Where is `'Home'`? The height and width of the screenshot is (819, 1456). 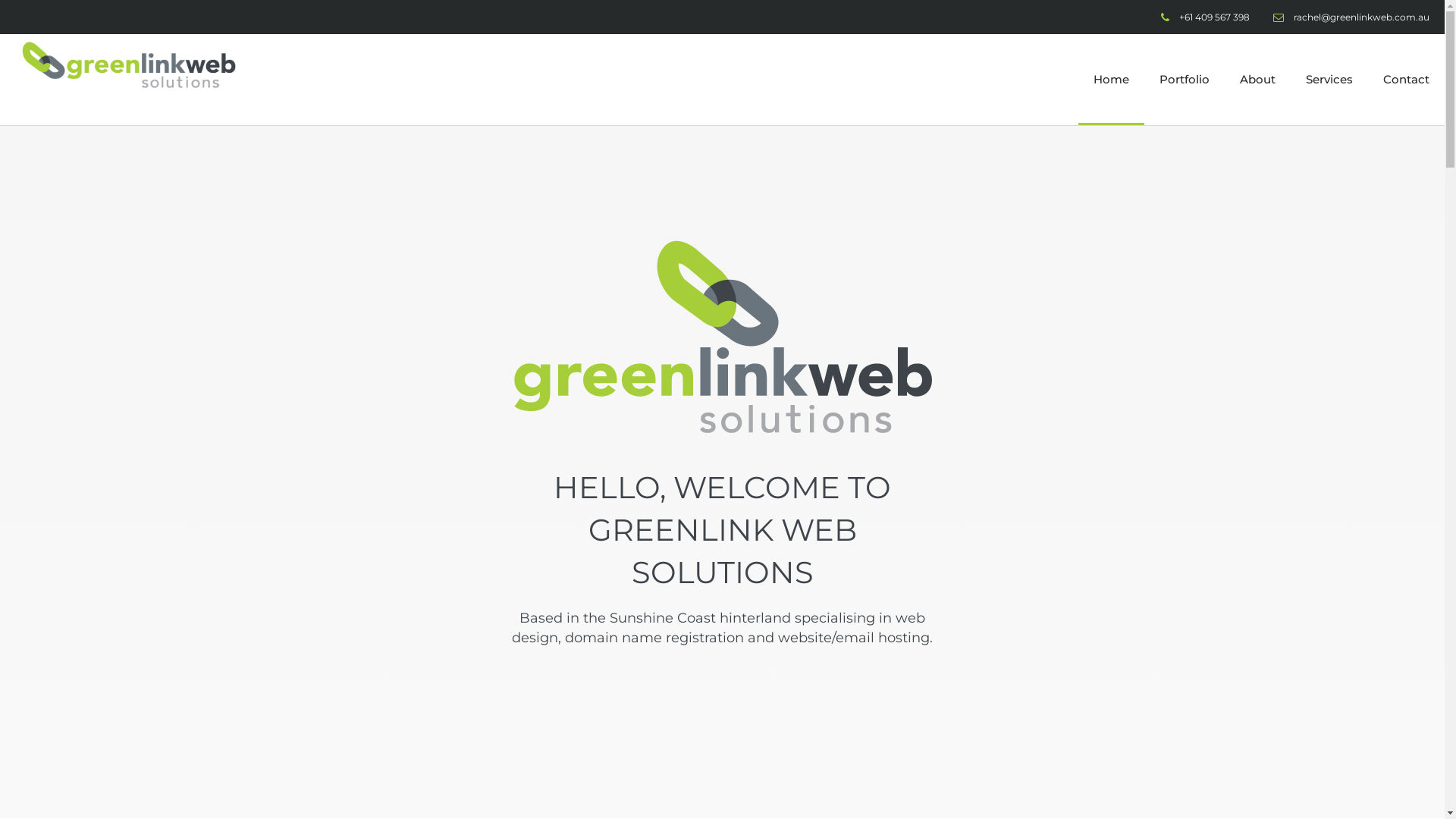
'Home' is located at coordinates (1111, 79).